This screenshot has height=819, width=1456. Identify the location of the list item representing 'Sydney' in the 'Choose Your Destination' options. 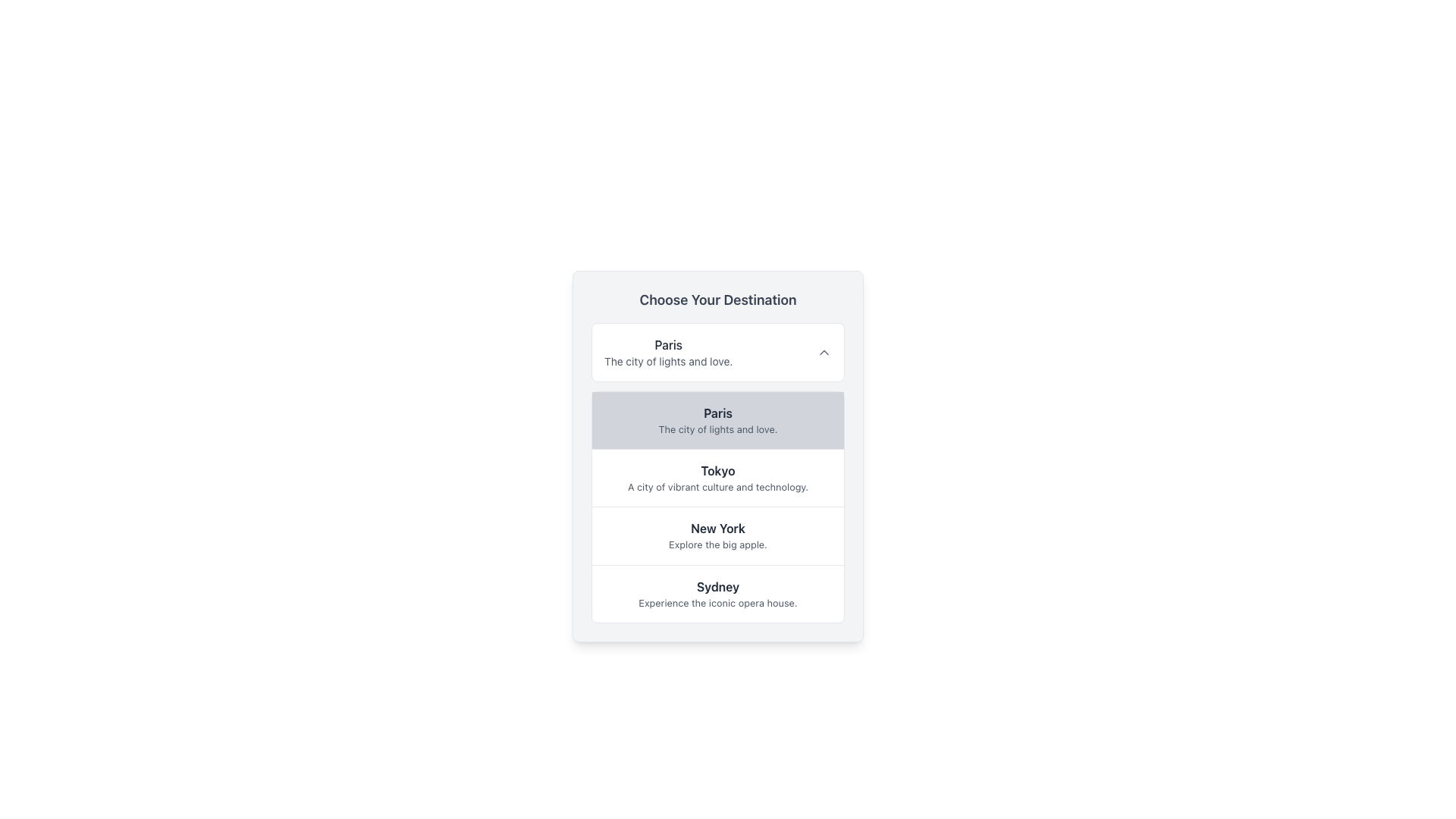
(717, 592).